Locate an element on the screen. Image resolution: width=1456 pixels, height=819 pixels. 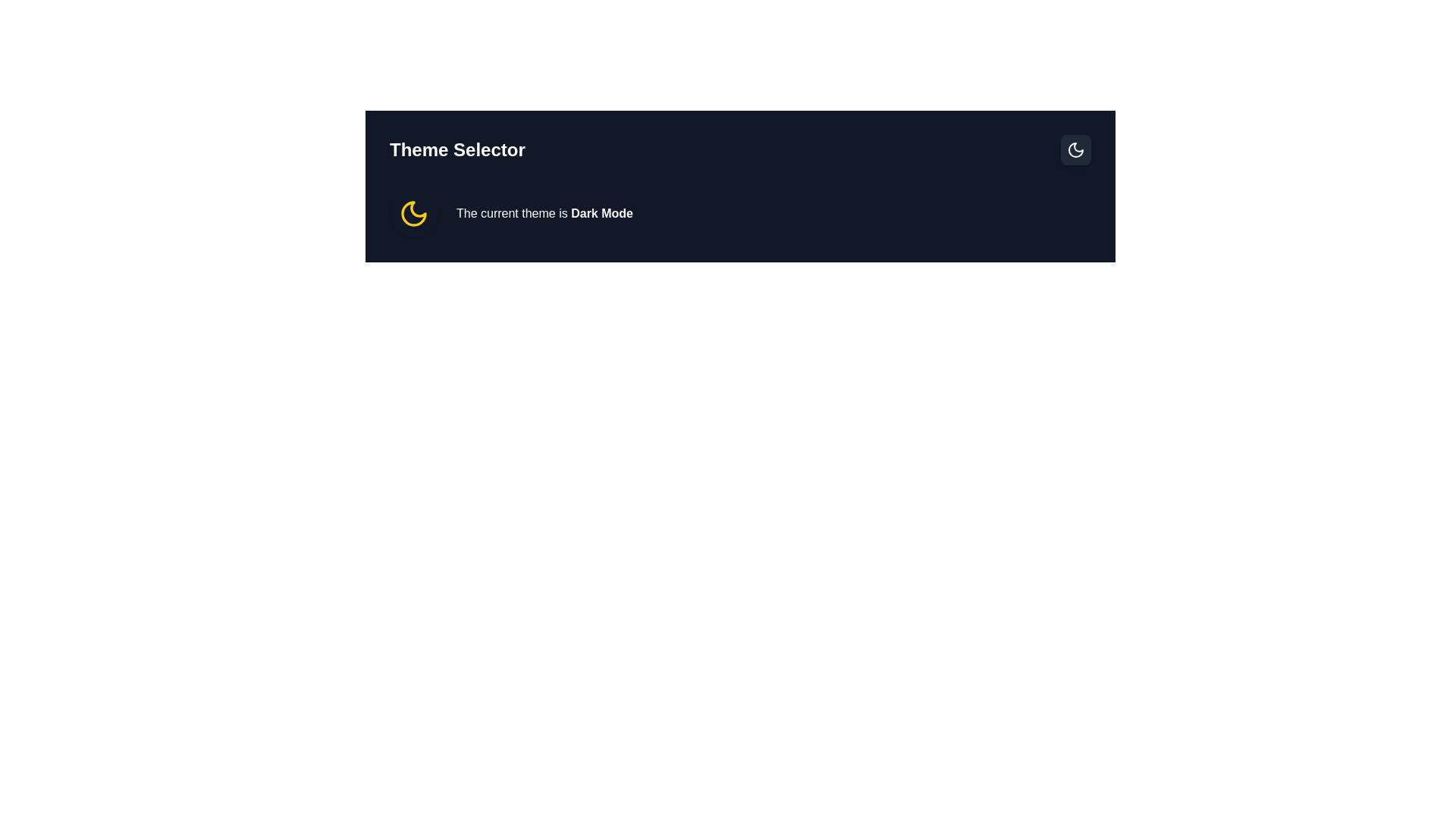
the 'Dark Mode' text label that is part of the sentence displayed on a dark background, which is located at the end of the sentence 'The current theme is Dark Mode' is located at coordinates (601, 213).